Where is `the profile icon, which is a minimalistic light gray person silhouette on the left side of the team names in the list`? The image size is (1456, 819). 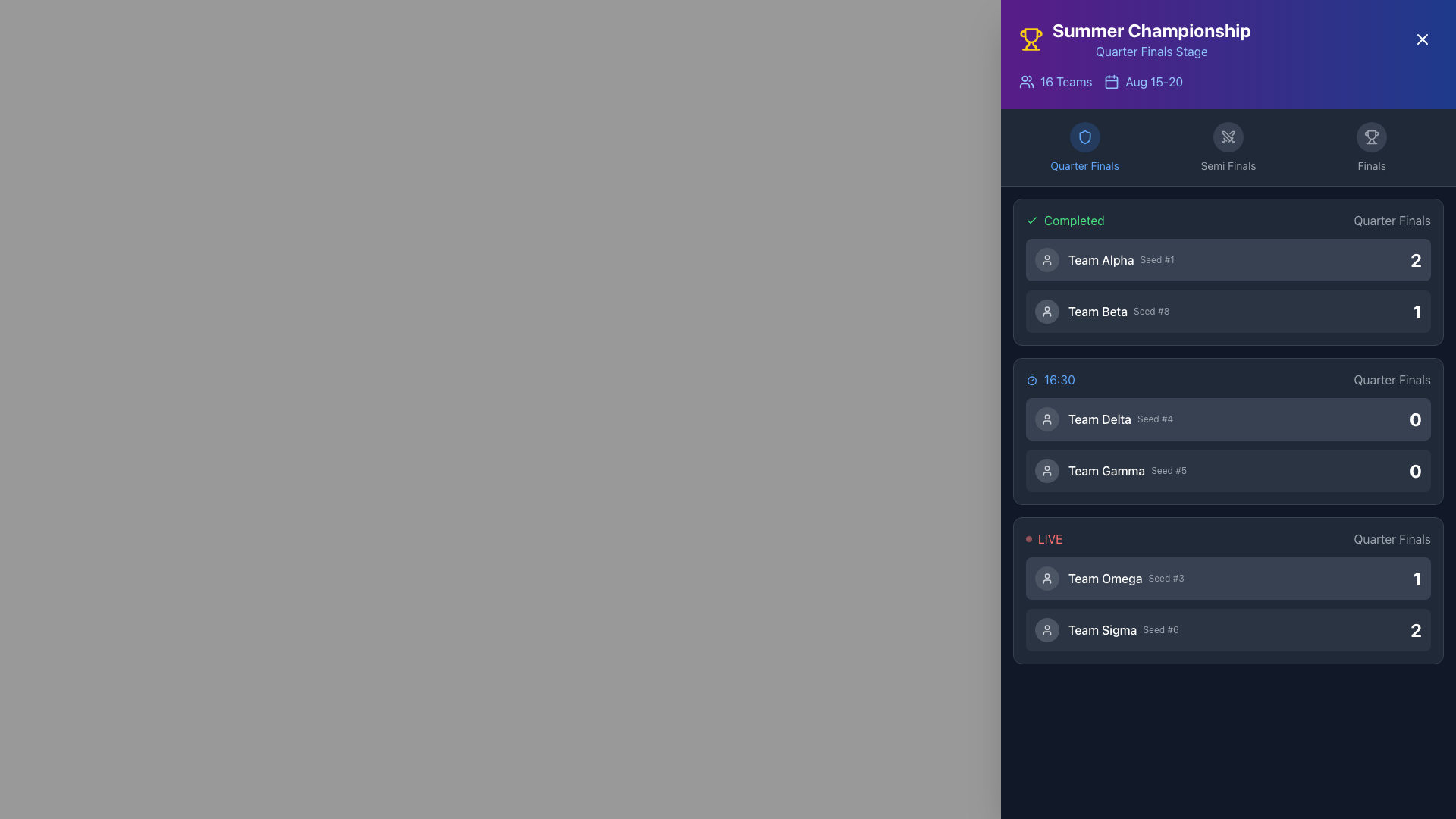
the profile icon, which is a minimalistic light gray person silhouette on the left side of the team names in the list is located at coordinates (1046, 470).